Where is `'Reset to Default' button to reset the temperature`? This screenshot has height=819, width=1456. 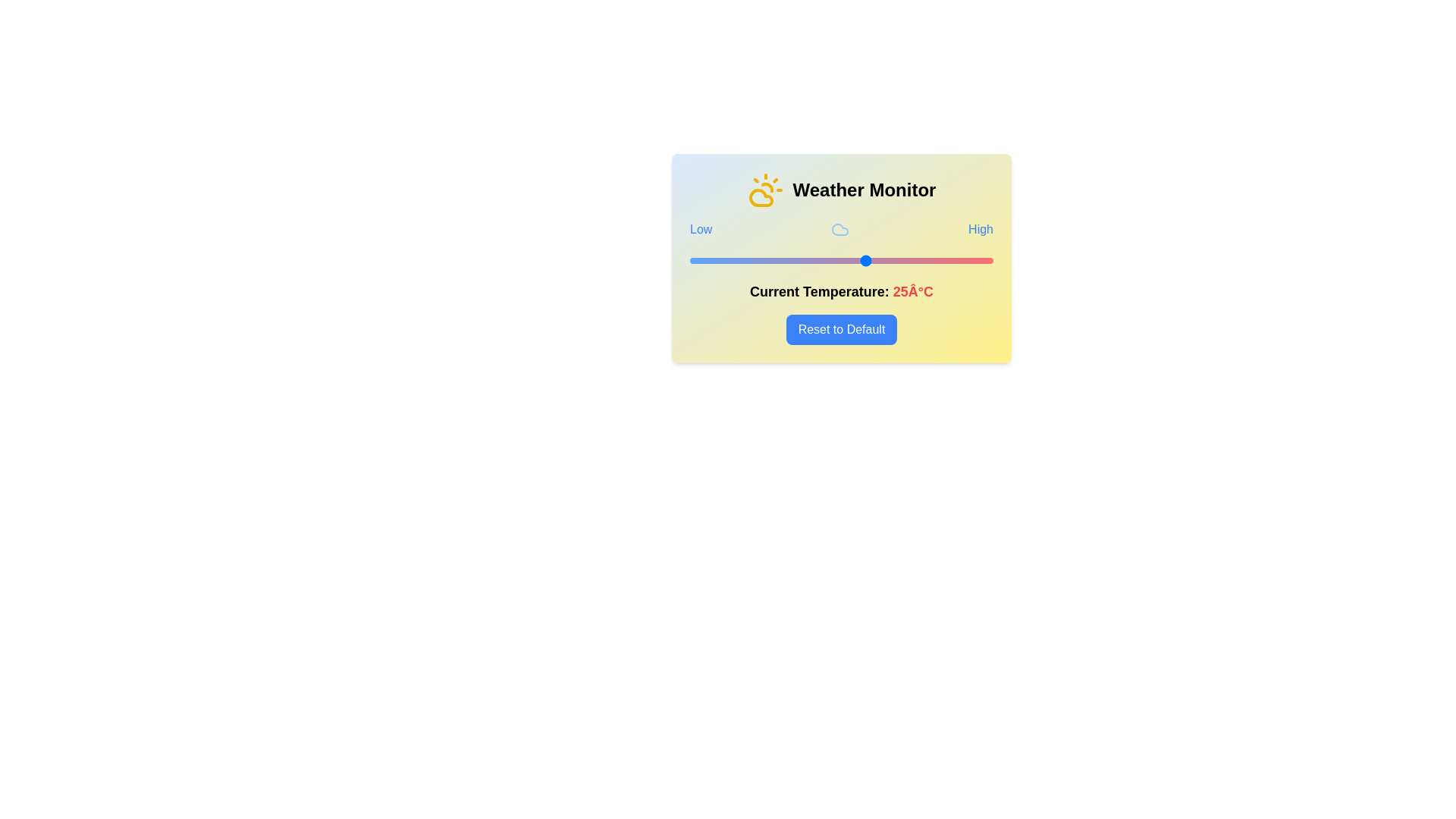
'Reset to Default' button to reset the temperature is located at coordinates (840, 329).